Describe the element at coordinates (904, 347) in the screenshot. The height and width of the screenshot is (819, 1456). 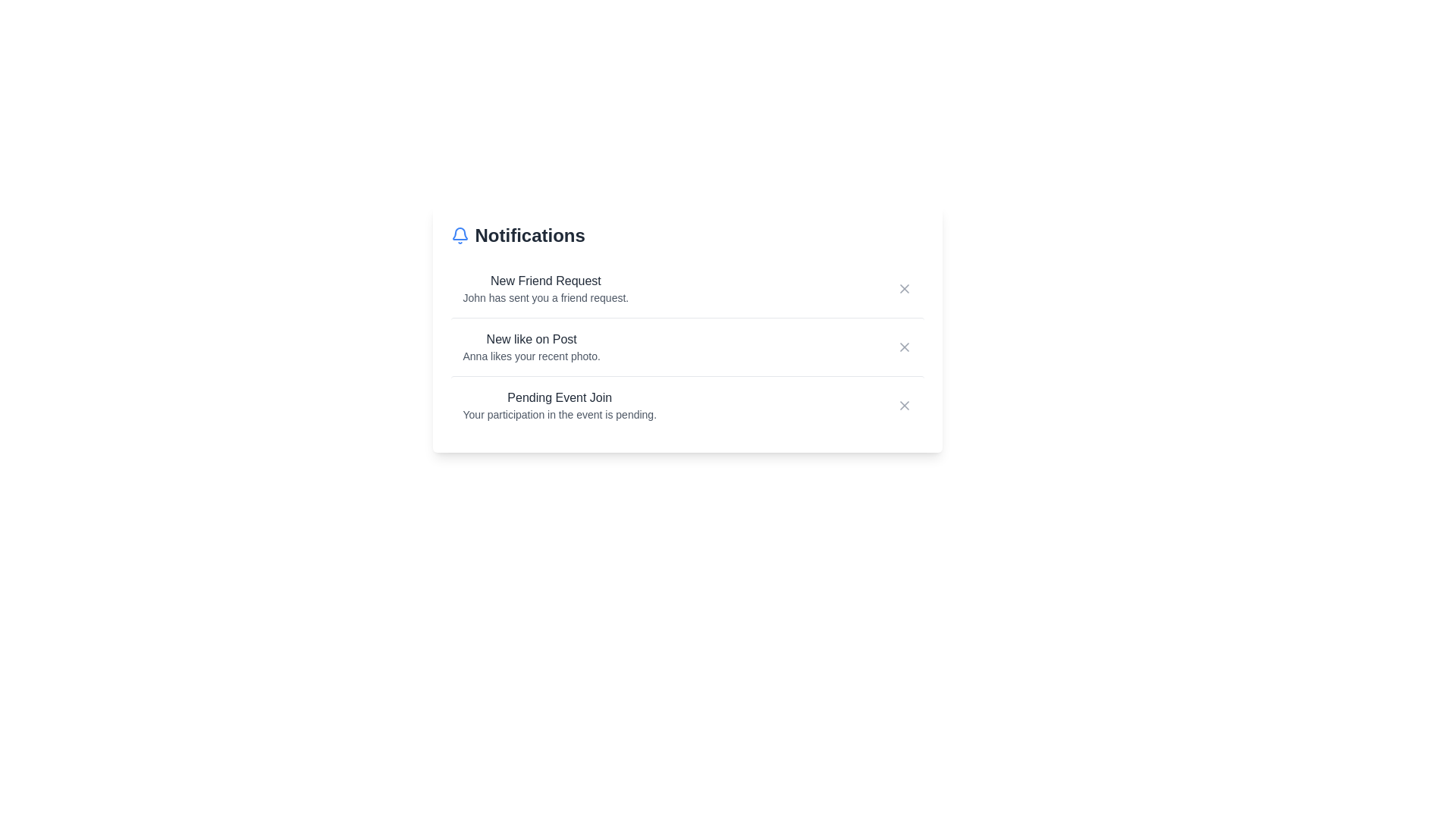
I see `the close button for the notification titled 'New like on Post'` at that location.